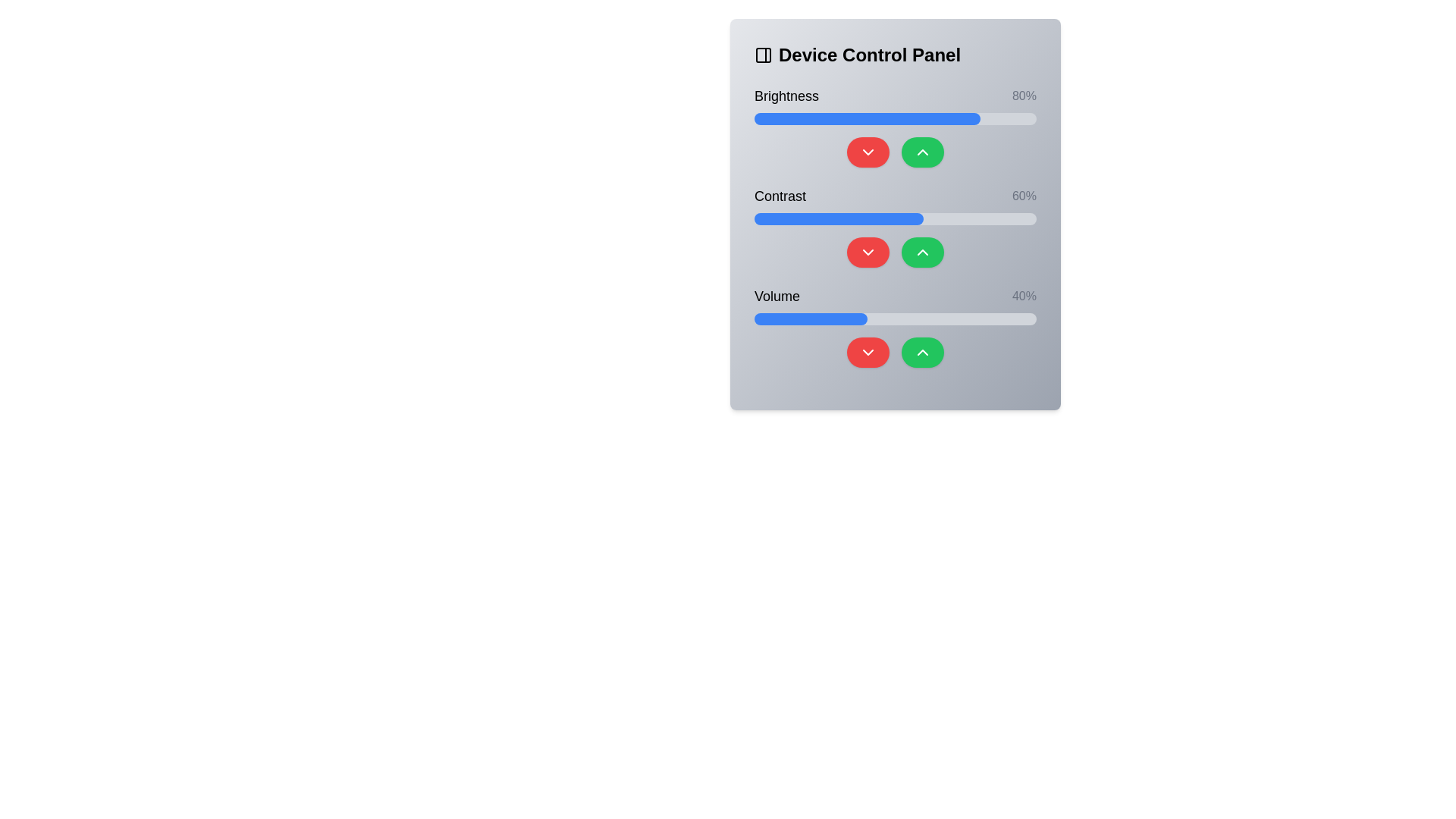 The image size is (1456, 819). Describe the element at coordinates (922, 152) in the screenshot. I see `the rightmost button under the 'Brightness' label` at that location.